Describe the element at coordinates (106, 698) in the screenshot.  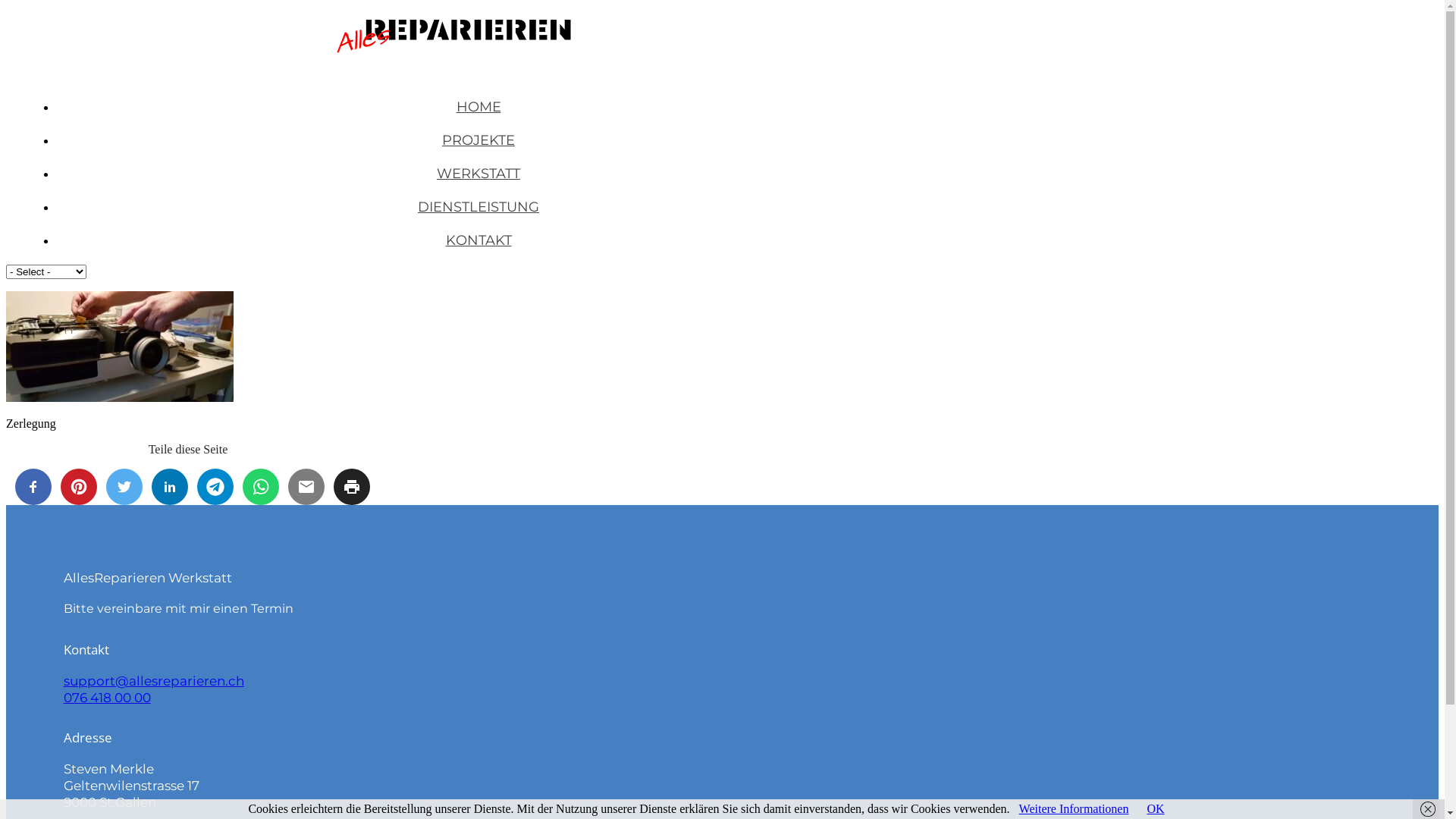
I see `'076 418 00 00'` at that location.